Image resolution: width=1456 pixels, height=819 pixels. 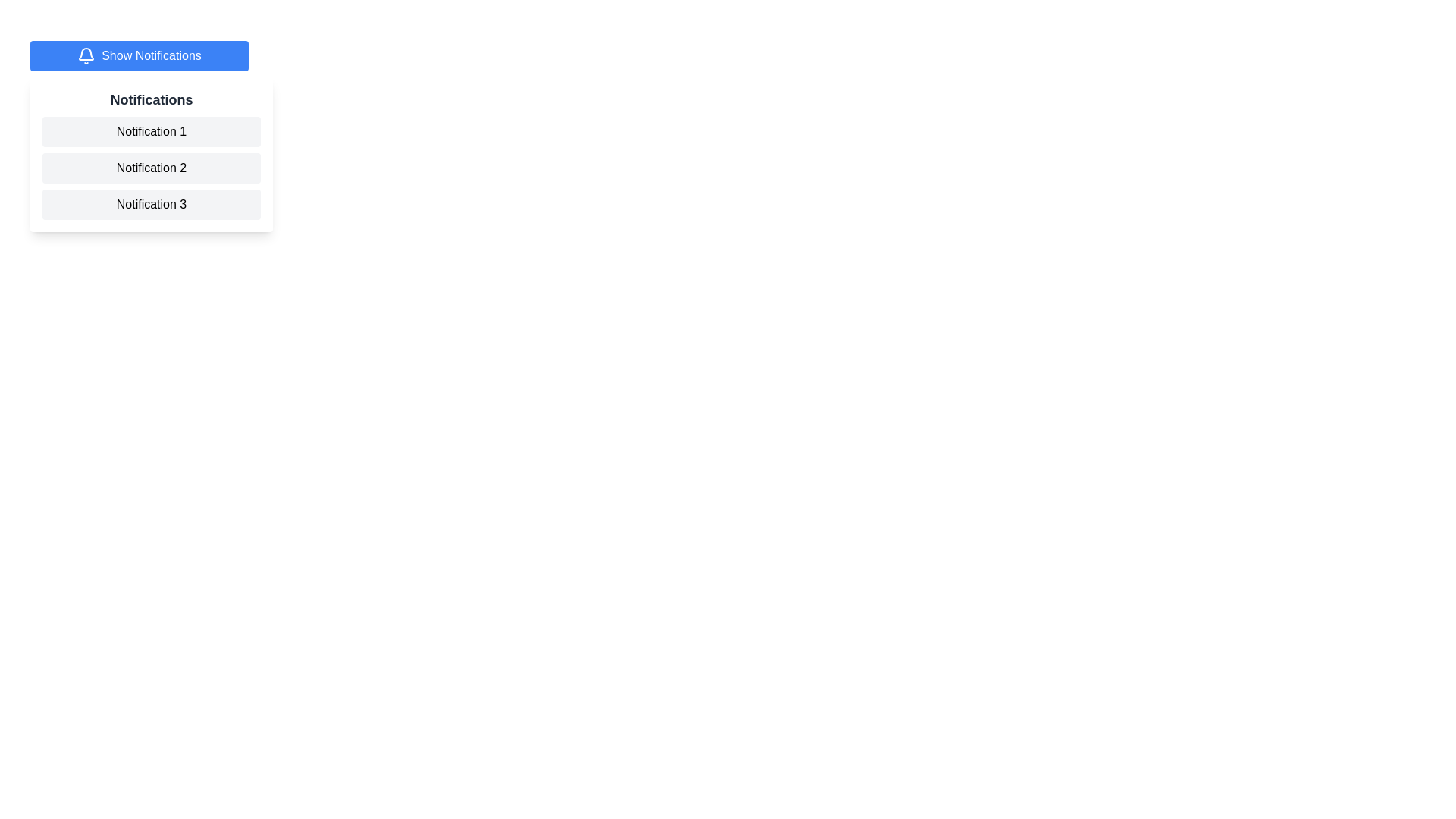 What do you see at coordinates (152, 99) in the screenshot?
I see `the 'Notifications' text heading element, which is styled in bold and large dark gray font at the top of the notification panel` at bounding box center [152, 99].